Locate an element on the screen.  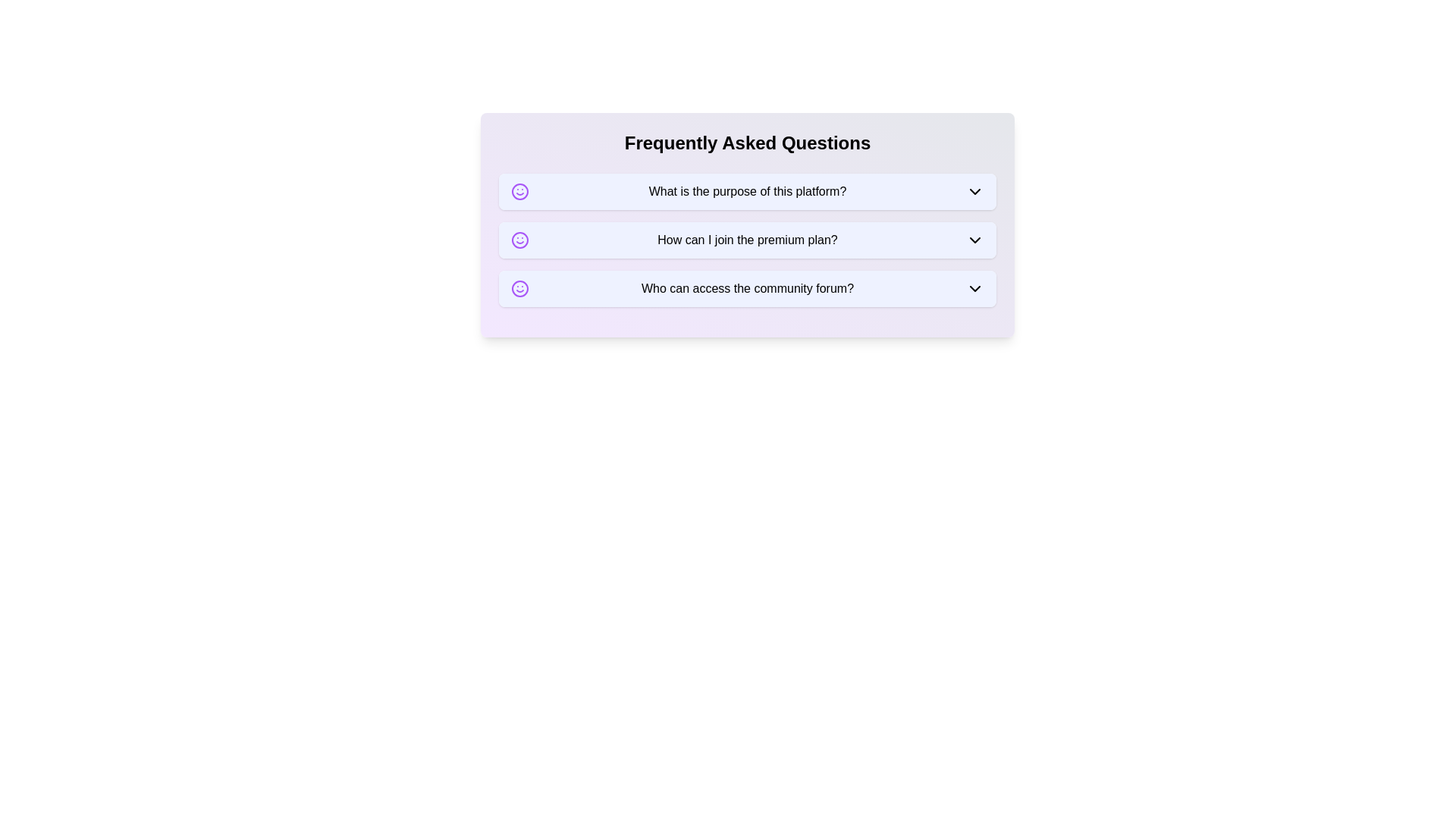
the circular decorative icon resembling a smiley face, which has a purple outline and is located to the left of the text in the 'Who can access the community forum?' section of the FAQ is located at coordinates (520, 289).